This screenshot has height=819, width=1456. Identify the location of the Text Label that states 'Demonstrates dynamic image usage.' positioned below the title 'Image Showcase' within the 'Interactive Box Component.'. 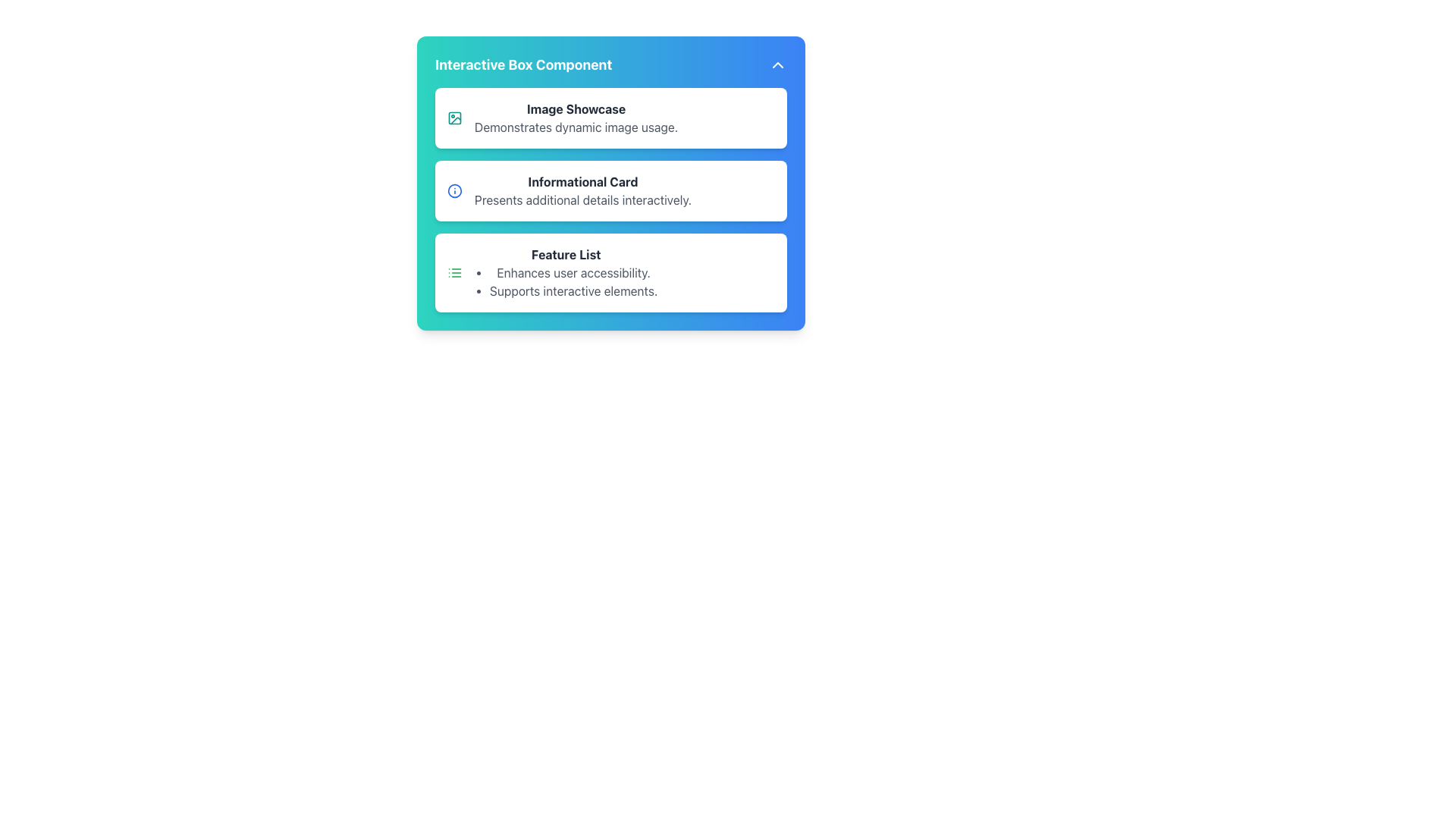
(576, 127).